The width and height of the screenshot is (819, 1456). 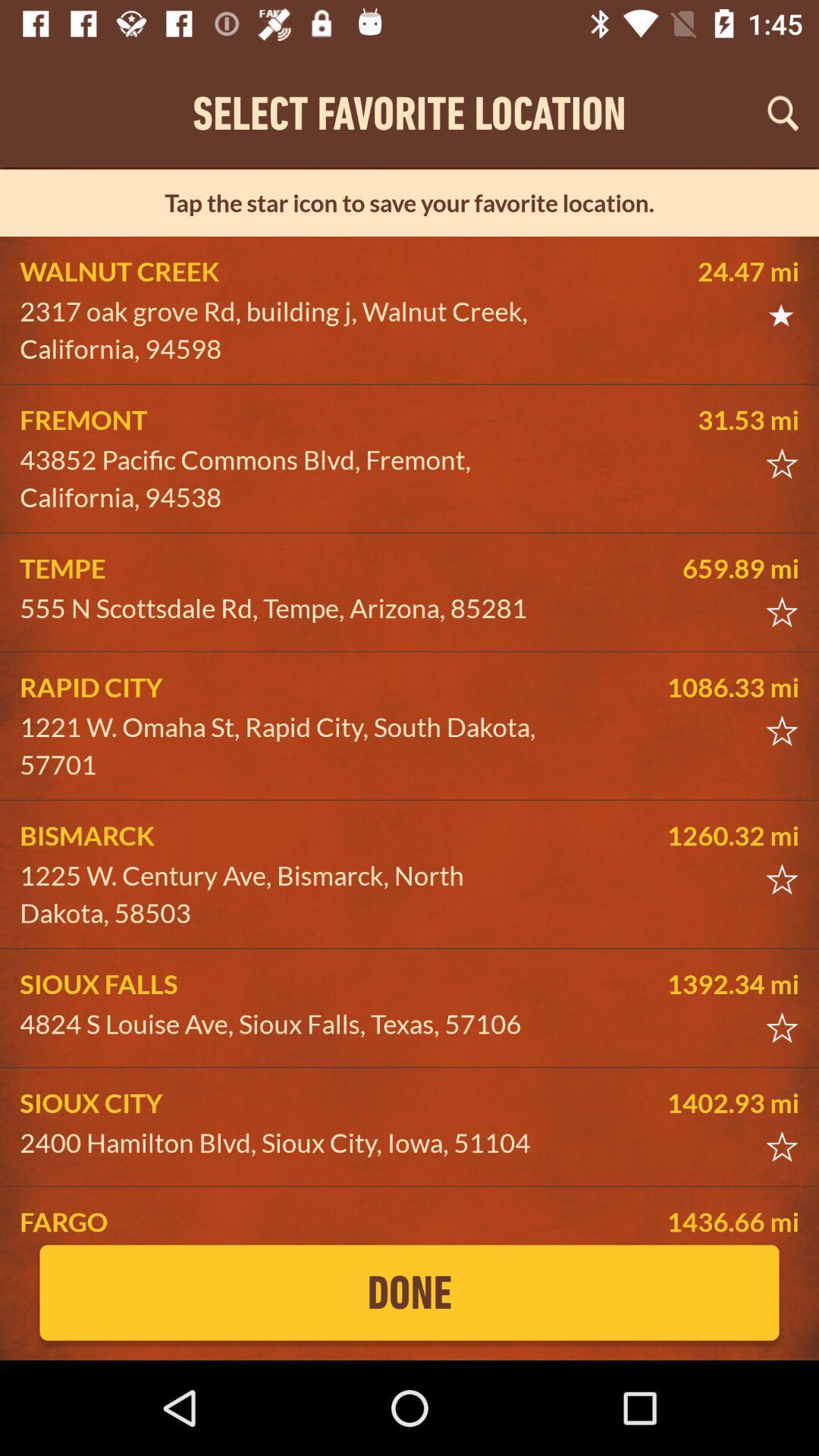 What do you see at coordinates (783, 112) in the screenshot?
I see `search locations` at bounding box center [783, 112].